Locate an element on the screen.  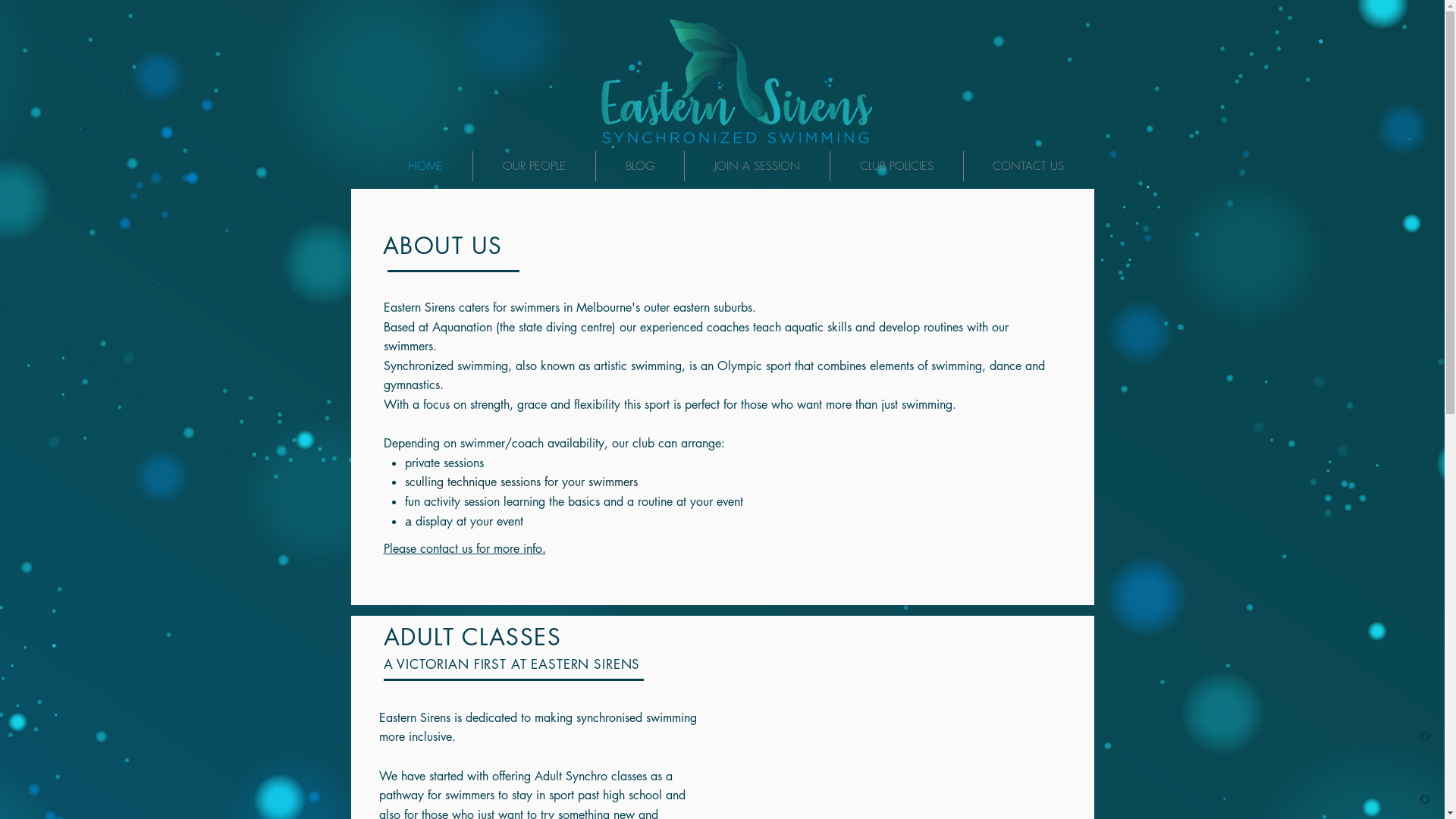
'CONTACT US' is located at coordinates (1028, 166).